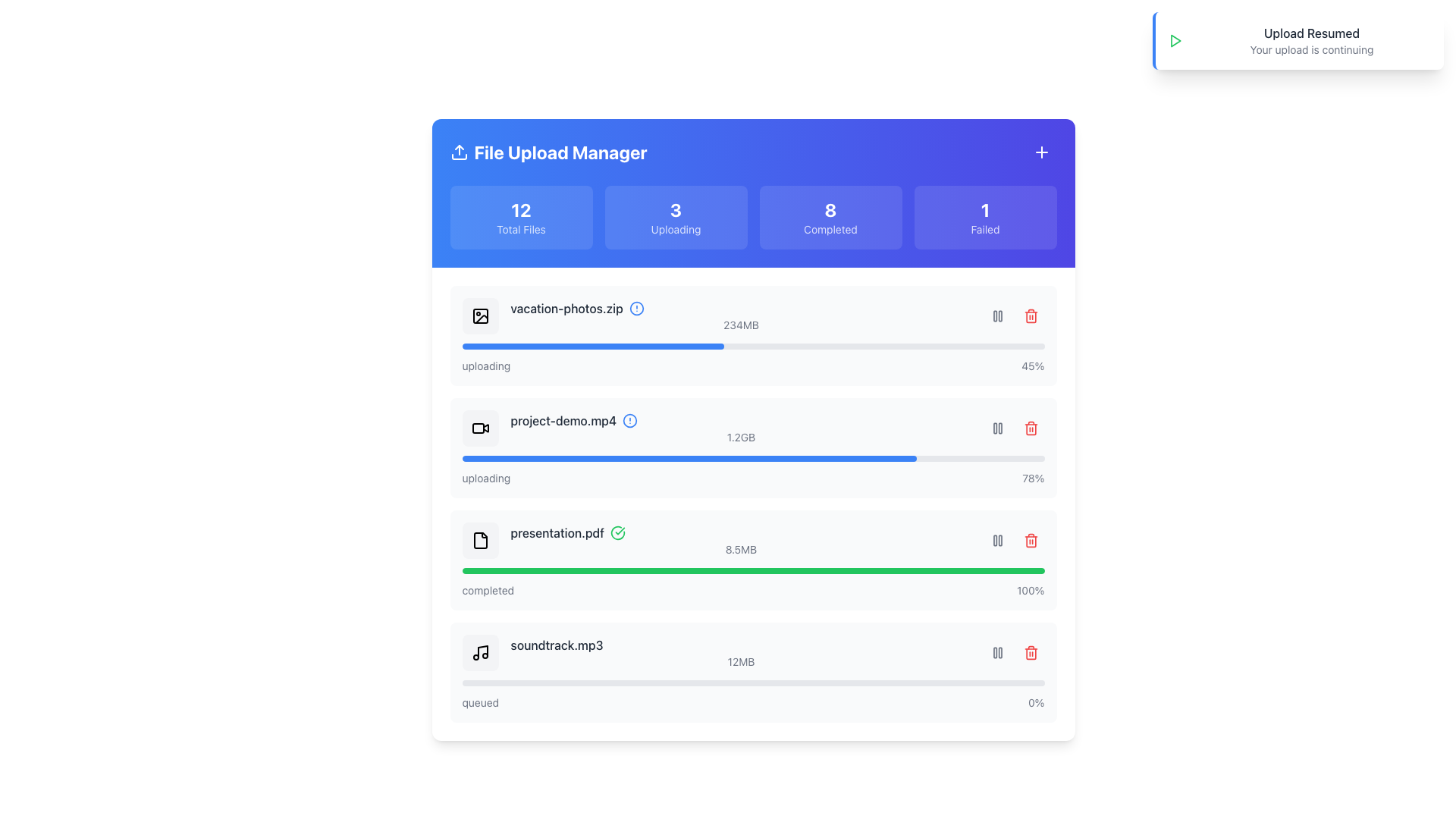 The image size is (1456, 819). I want to click on the Text display element that indicates the count of completed files or tasks in the application, located in the 'Completed' box at the top section of the interface, so click(830, 210).